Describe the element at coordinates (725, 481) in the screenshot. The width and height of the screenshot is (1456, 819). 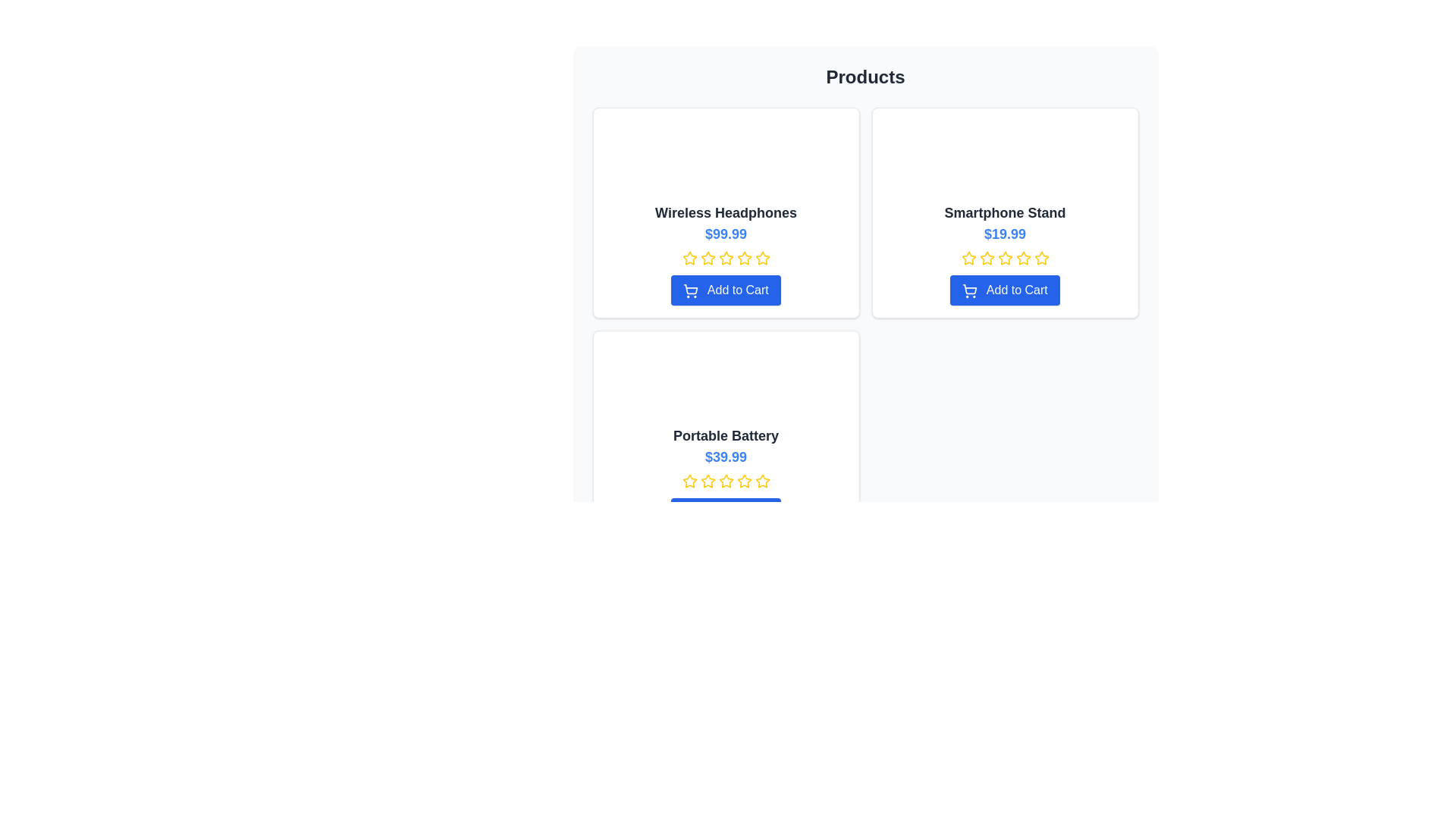
I see `the fourth star in the star rating icon section` at that location.